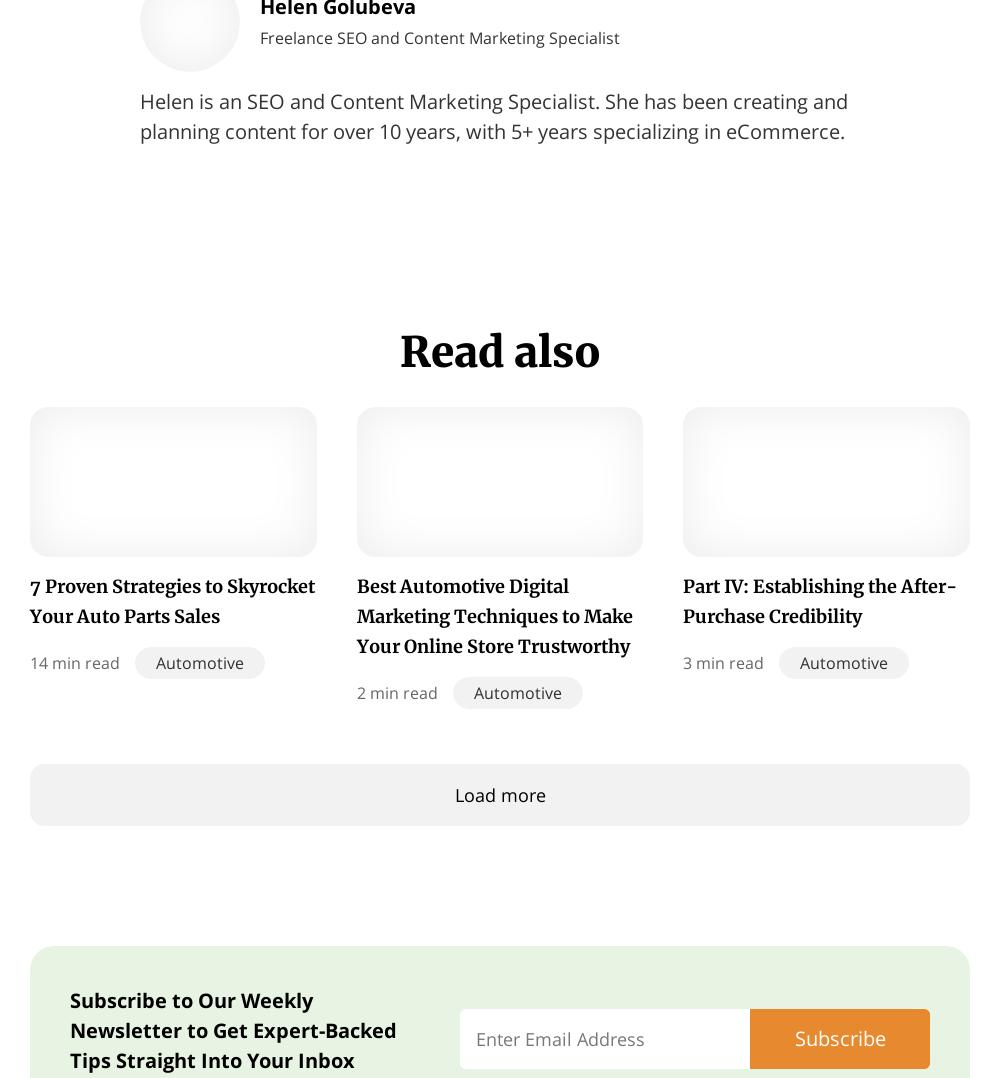  What do you see at coordinates (498, 794) in the screenshot?
I see `'Load more'` at bounding box center [498, 794].